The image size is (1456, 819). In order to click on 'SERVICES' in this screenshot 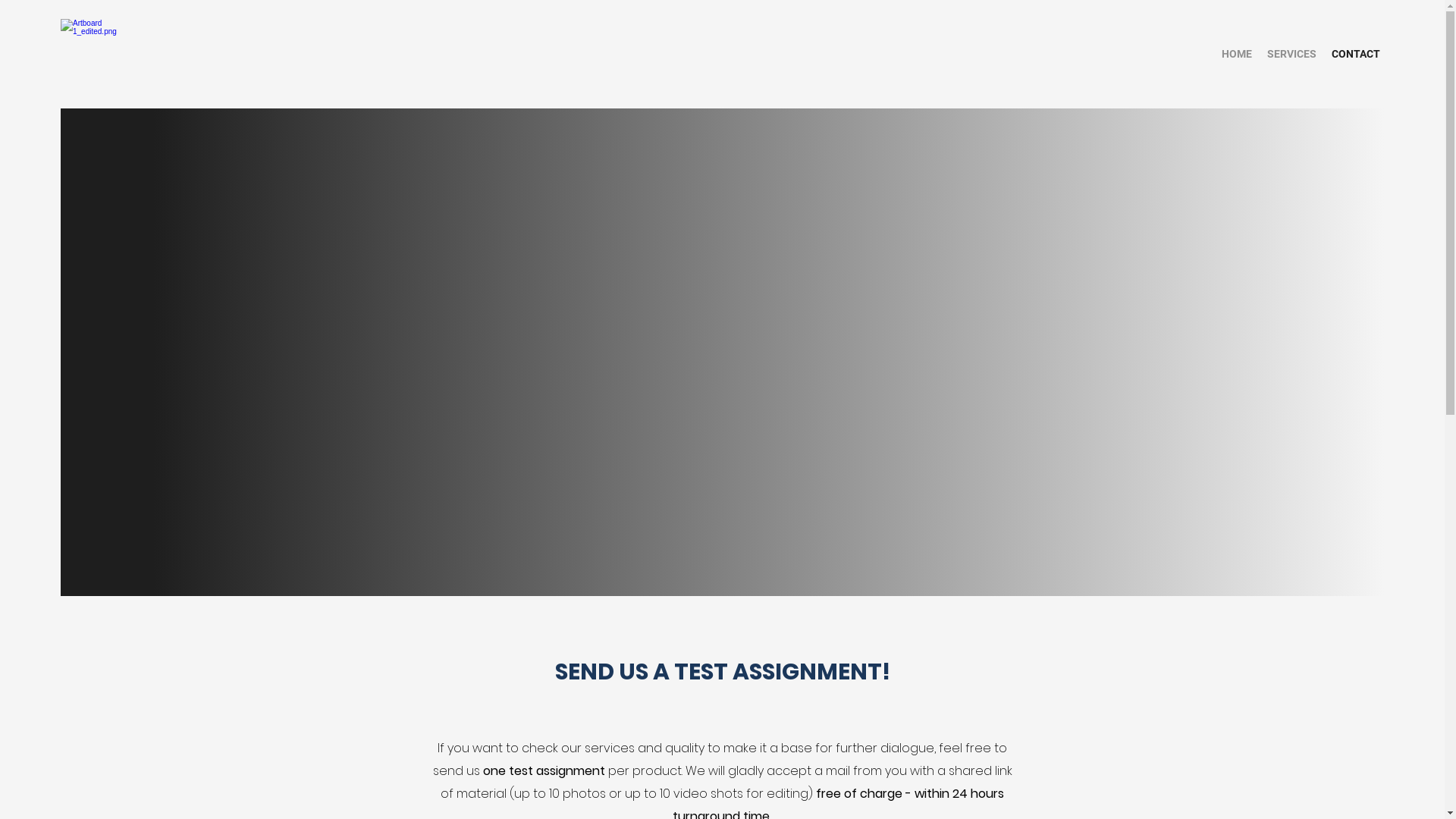, I will do `click(1291, 53)`.